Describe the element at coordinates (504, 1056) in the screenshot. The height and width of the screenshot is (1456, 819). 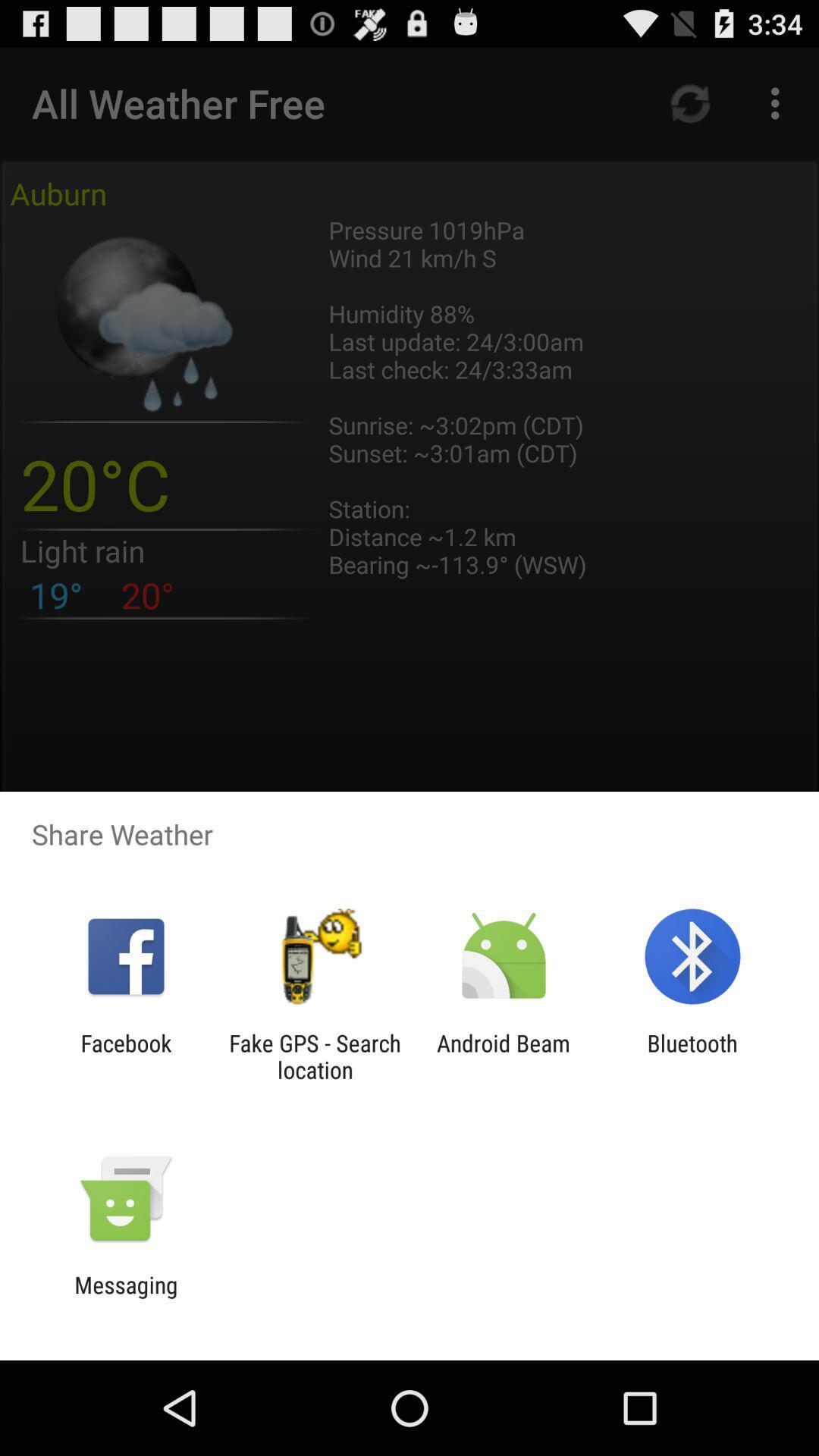
I see `app to the left of bluetooth icon` at that location.